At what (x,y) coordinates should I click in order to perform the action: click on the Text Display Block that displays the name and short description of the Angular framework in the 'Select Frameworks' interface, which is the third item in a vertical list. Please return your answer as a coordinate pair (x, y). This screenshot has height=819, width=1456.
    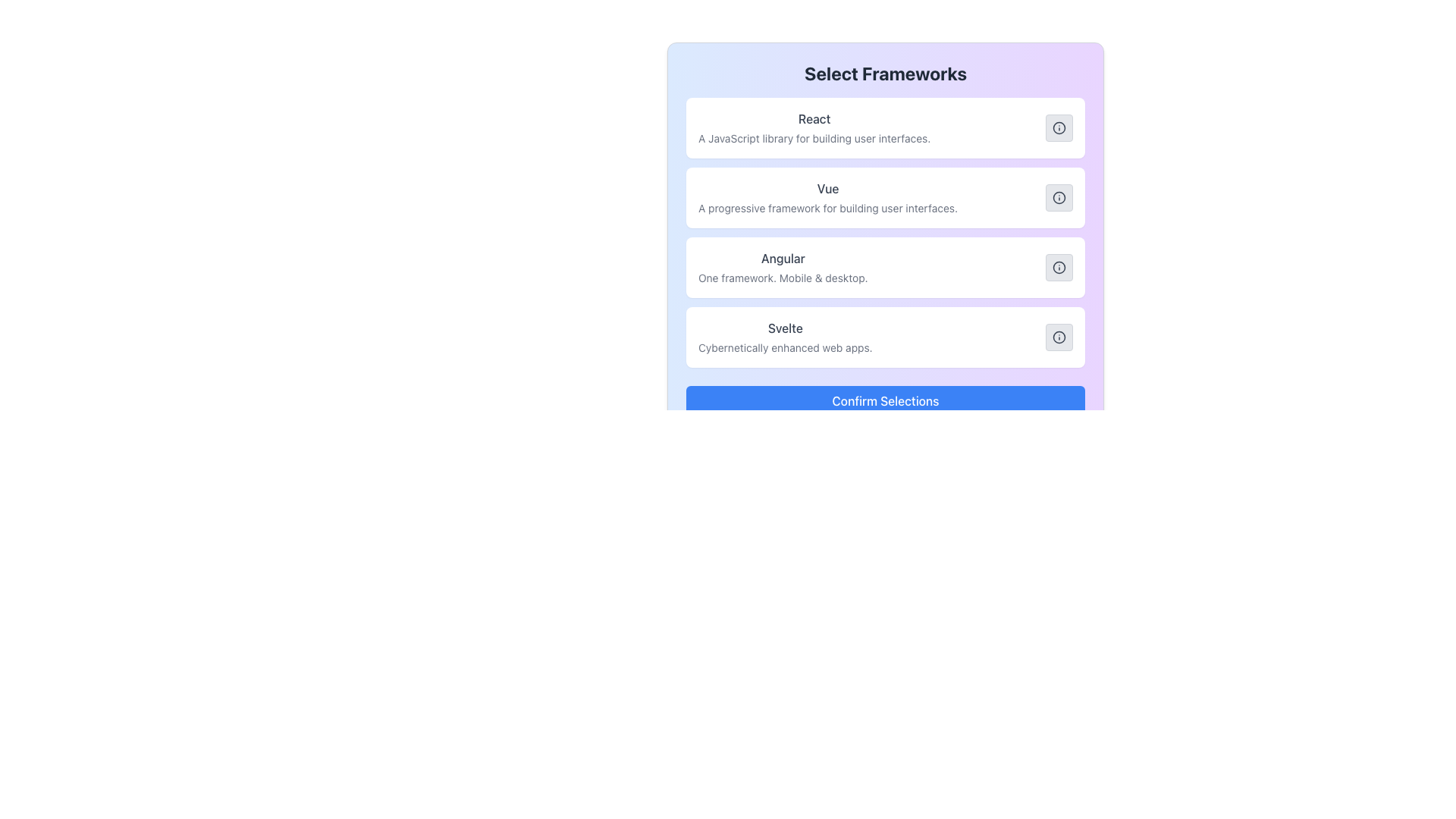
    Looking at the image, I should click on (783, 267).